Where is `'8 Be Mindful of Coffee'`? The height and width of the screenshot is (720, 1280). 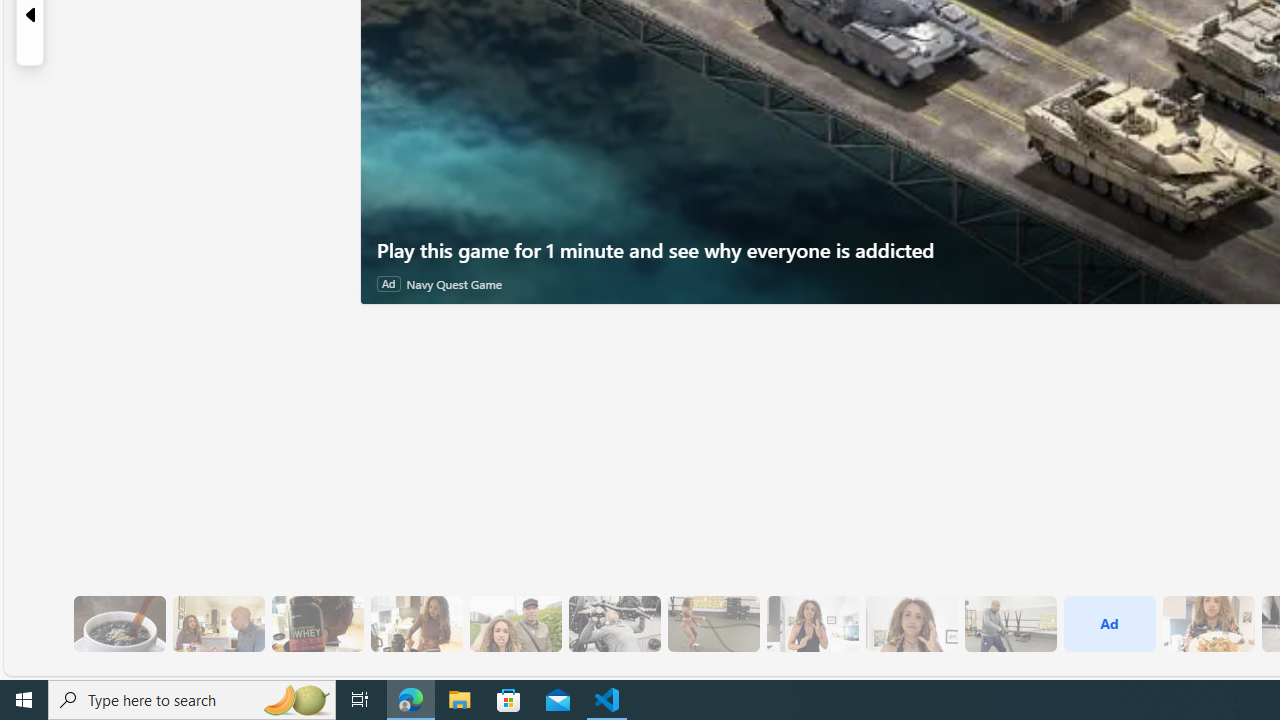
'8 Be Mindful of Coffee' is located at coordinates (118, 623).